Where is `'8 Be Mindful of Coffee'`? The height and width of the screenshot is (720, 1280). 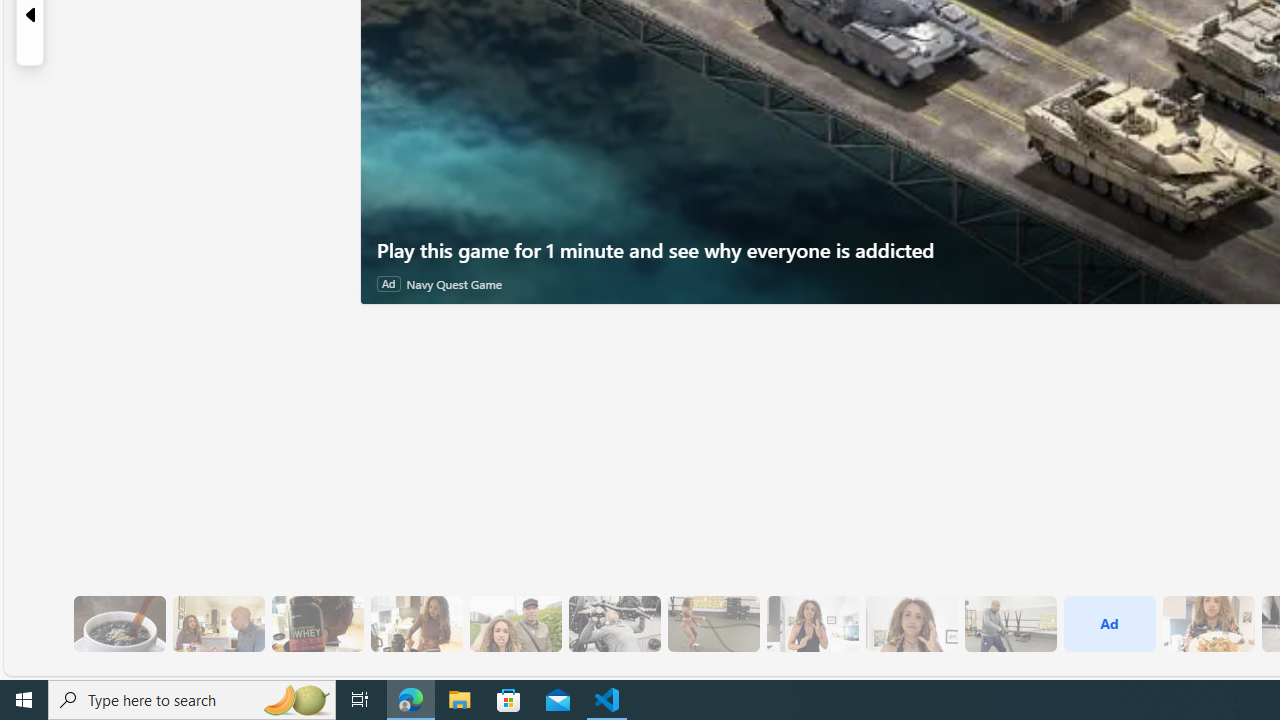
'8 Be Mindful of Coffee' is located at coordinates (118, 623).